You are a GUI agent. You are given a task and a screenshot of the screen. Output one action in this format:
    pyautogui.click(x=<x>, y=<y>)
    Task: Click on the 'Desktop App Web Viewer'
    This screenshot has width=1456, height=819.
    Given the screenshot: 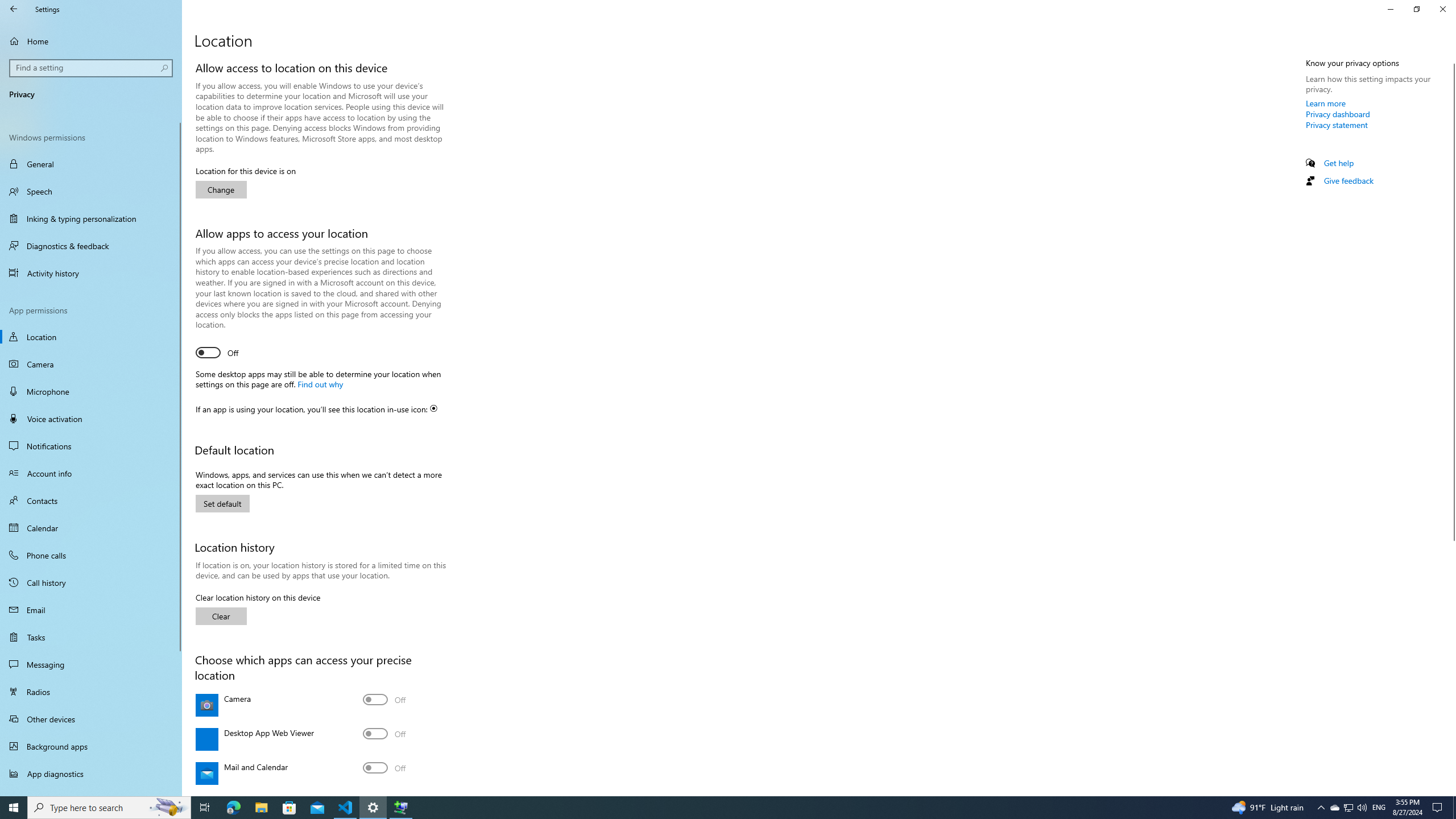 What is the action you would take?
    pyautogui.click(x=383, y=734)
    